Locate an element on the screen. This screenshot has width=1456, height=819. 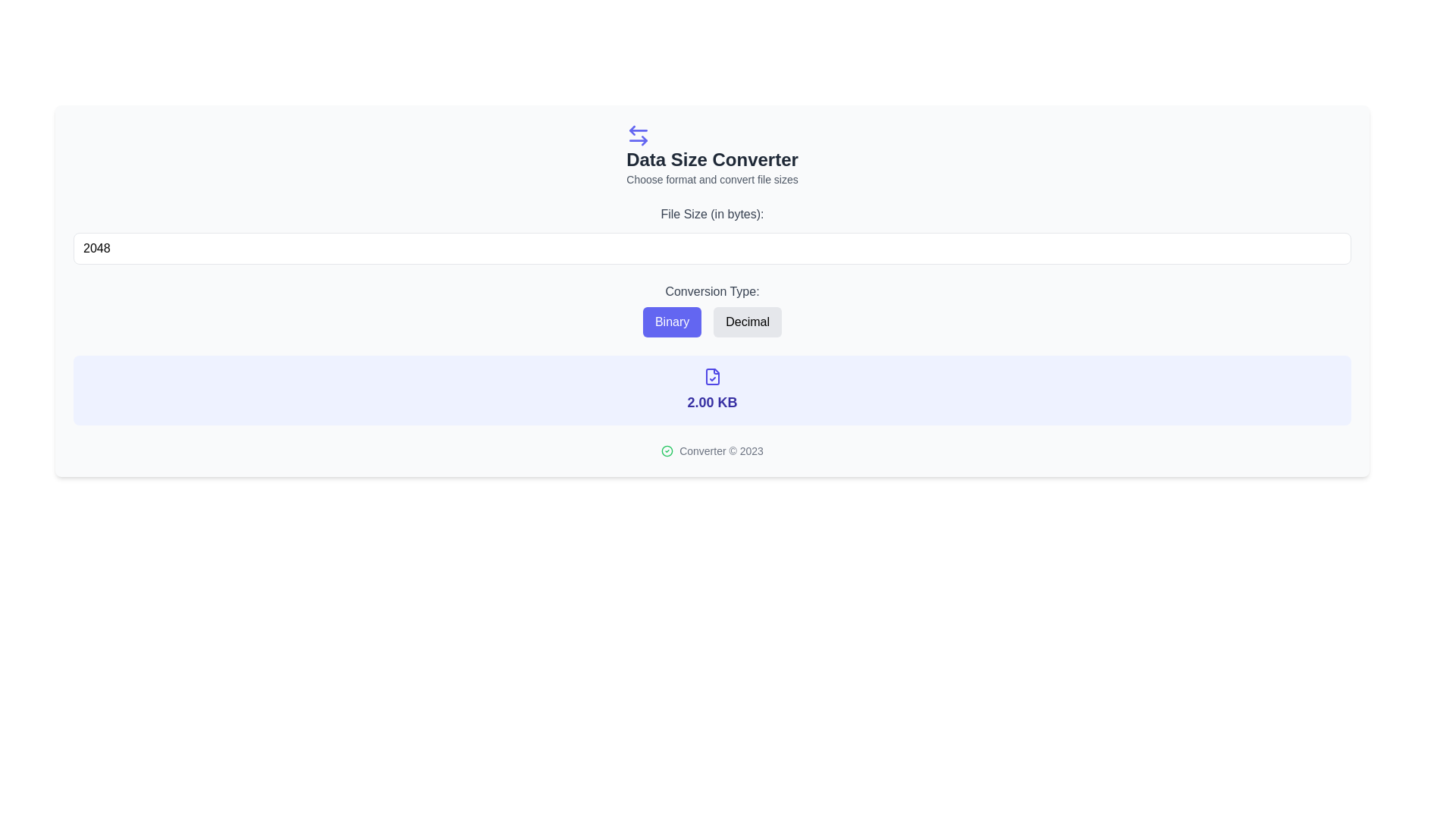
the circular green checkmark icon located in the footer section, next to the text 'Converter © 2023' is located at coordinates (667, 450).